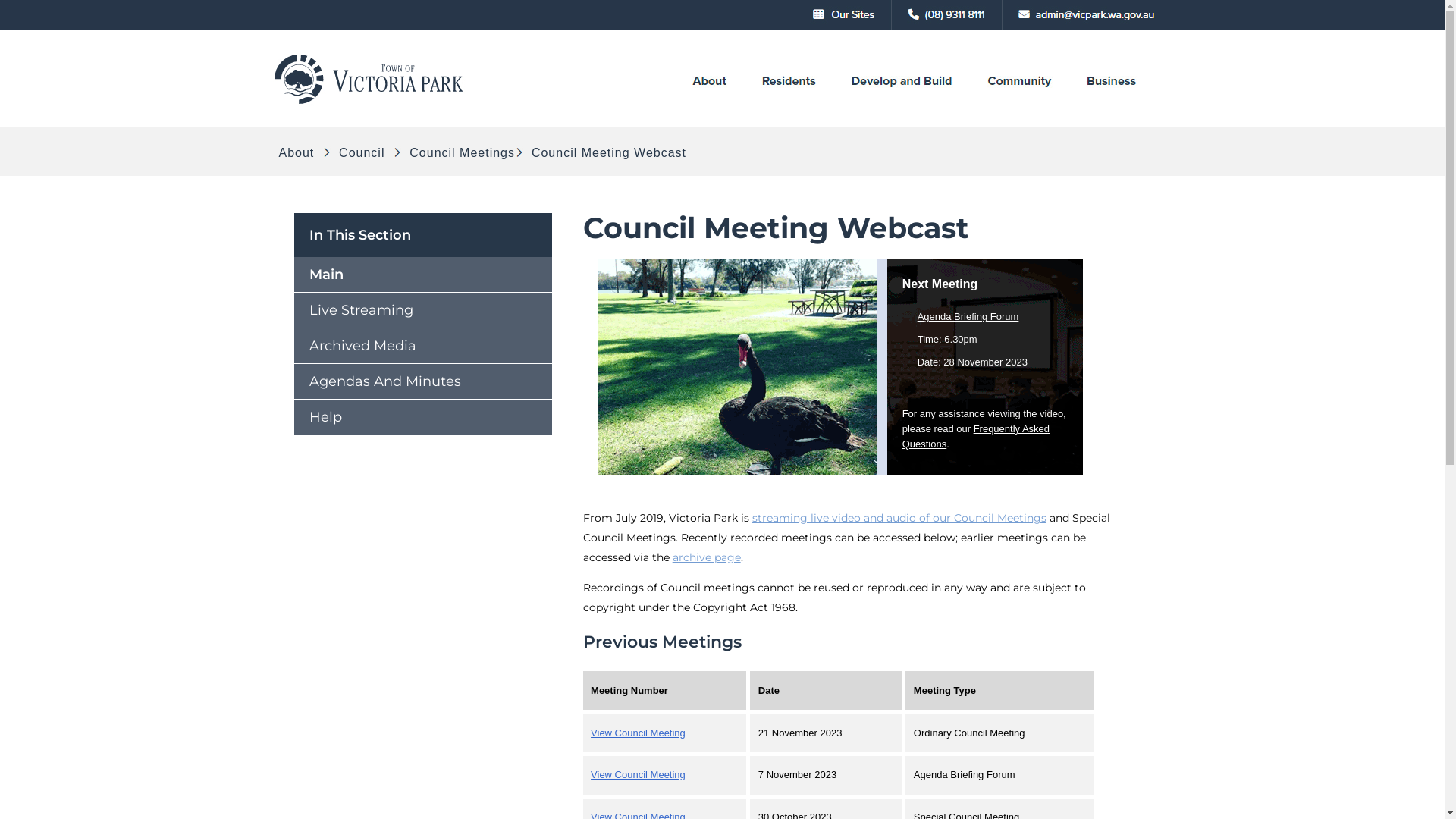 This screenshot has width=1456, height=819. What do you see at coordinates (787, 102) in the screenshot?
I see `'Residents'` at bounding box center [787, 102].